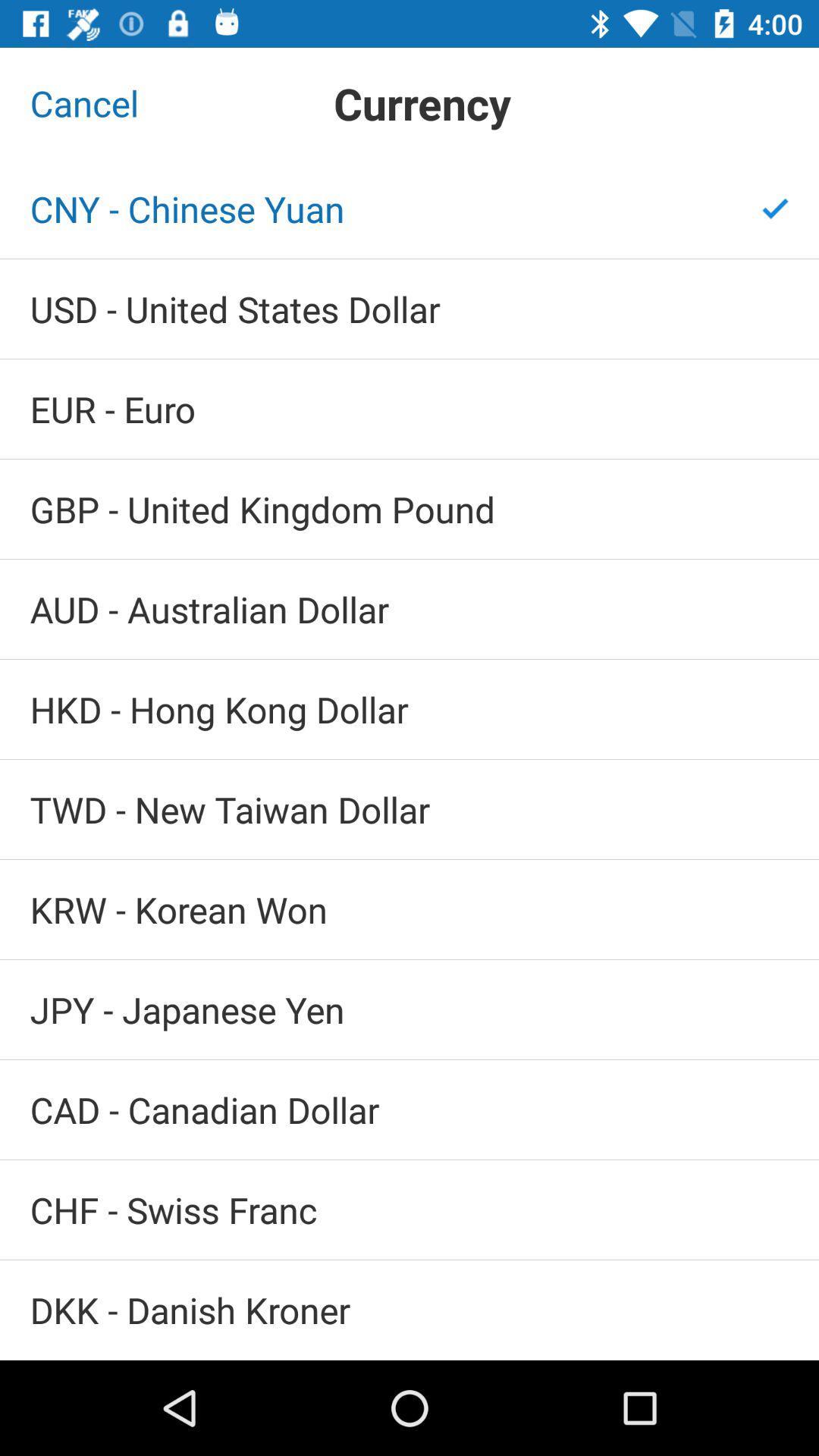  What do you see at coordinates (84, 102) in the screenshot?
I see `the cancel item` at bounding box center [84, 102].